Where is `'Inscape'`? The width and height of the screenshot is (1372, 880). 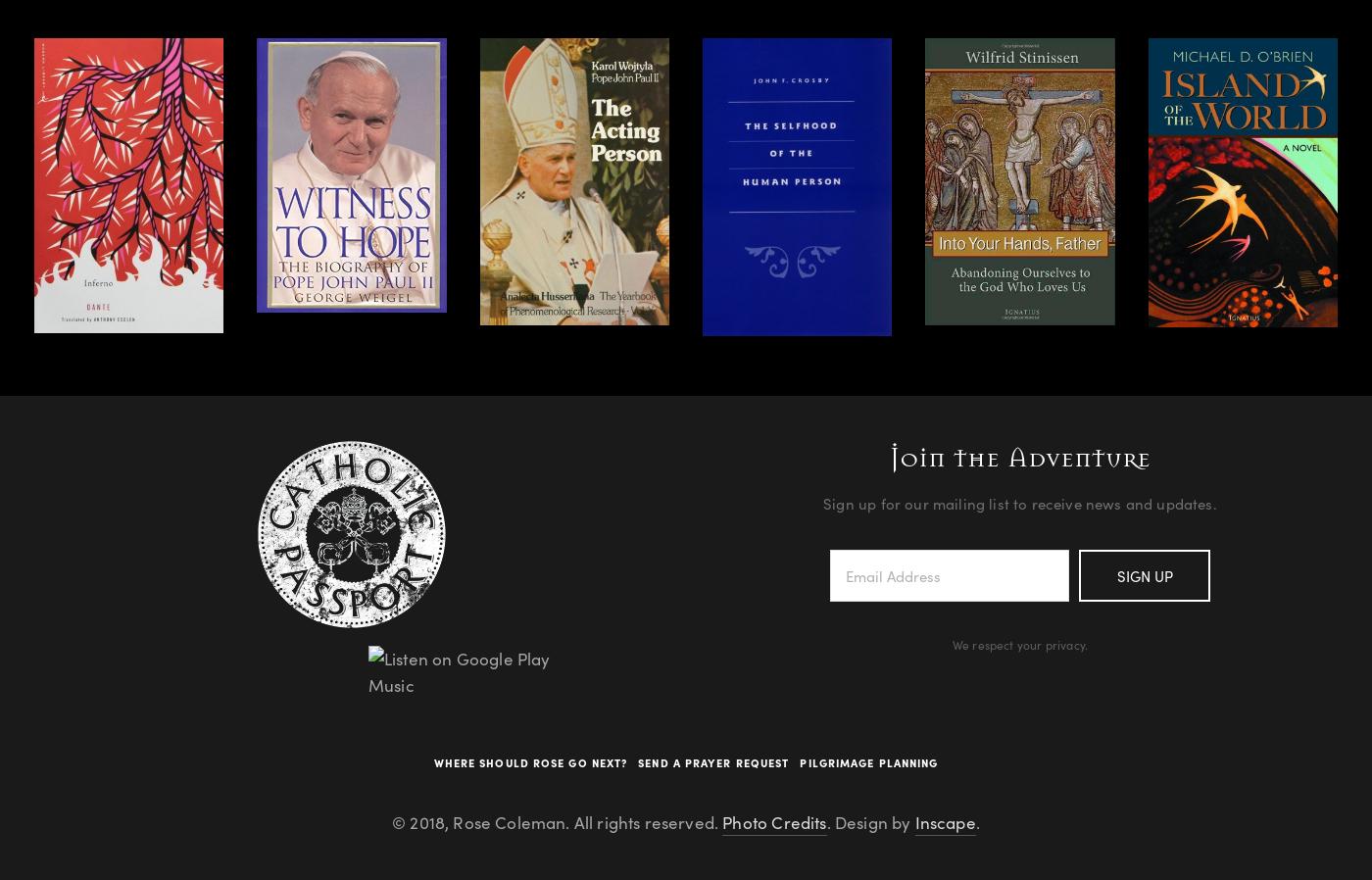 'Inscape' is located at coordinates (945, 822).